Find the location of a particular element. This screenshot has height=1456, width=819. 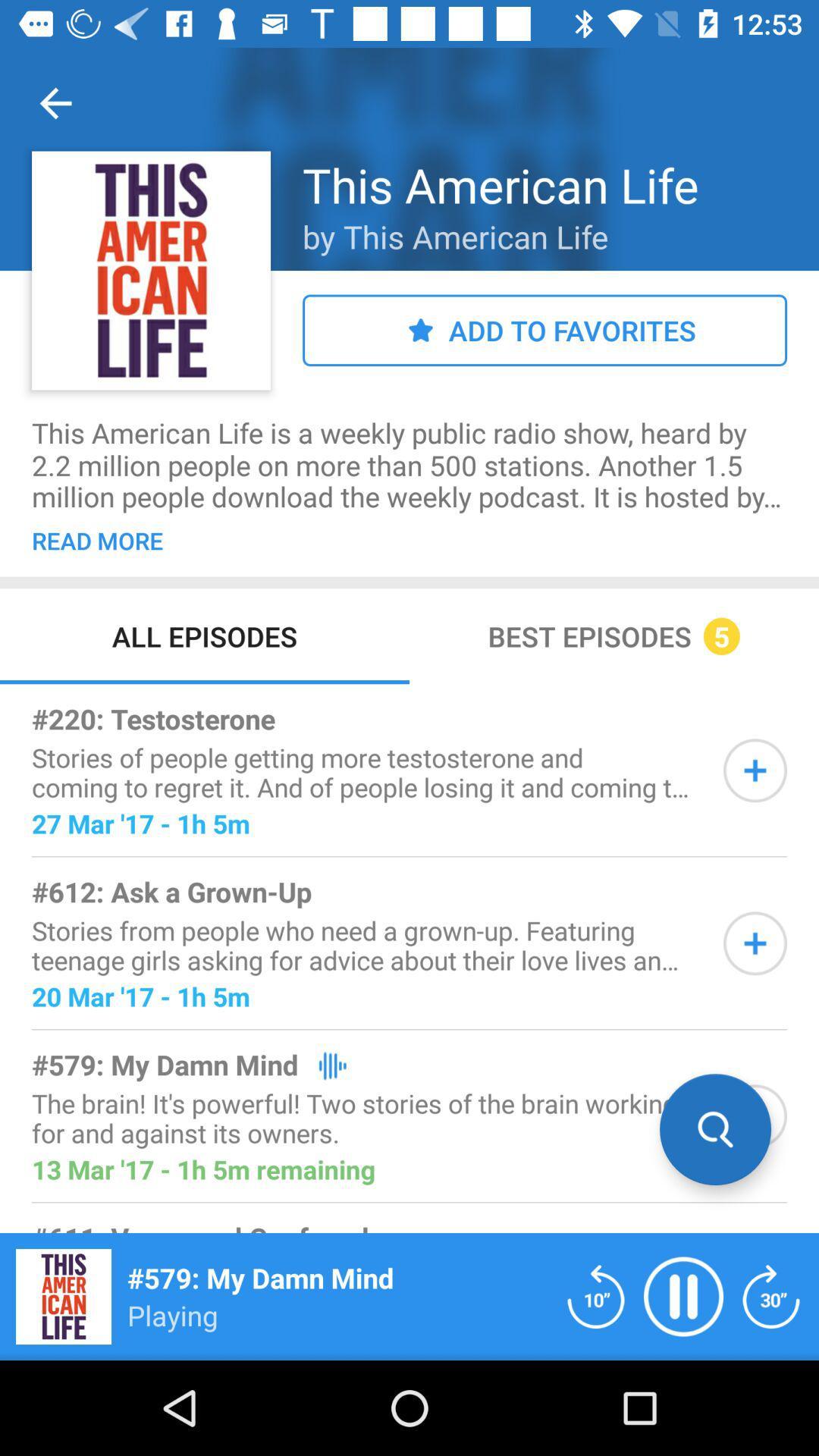

the av_rewind icon is located at coordinates (595, 1295).